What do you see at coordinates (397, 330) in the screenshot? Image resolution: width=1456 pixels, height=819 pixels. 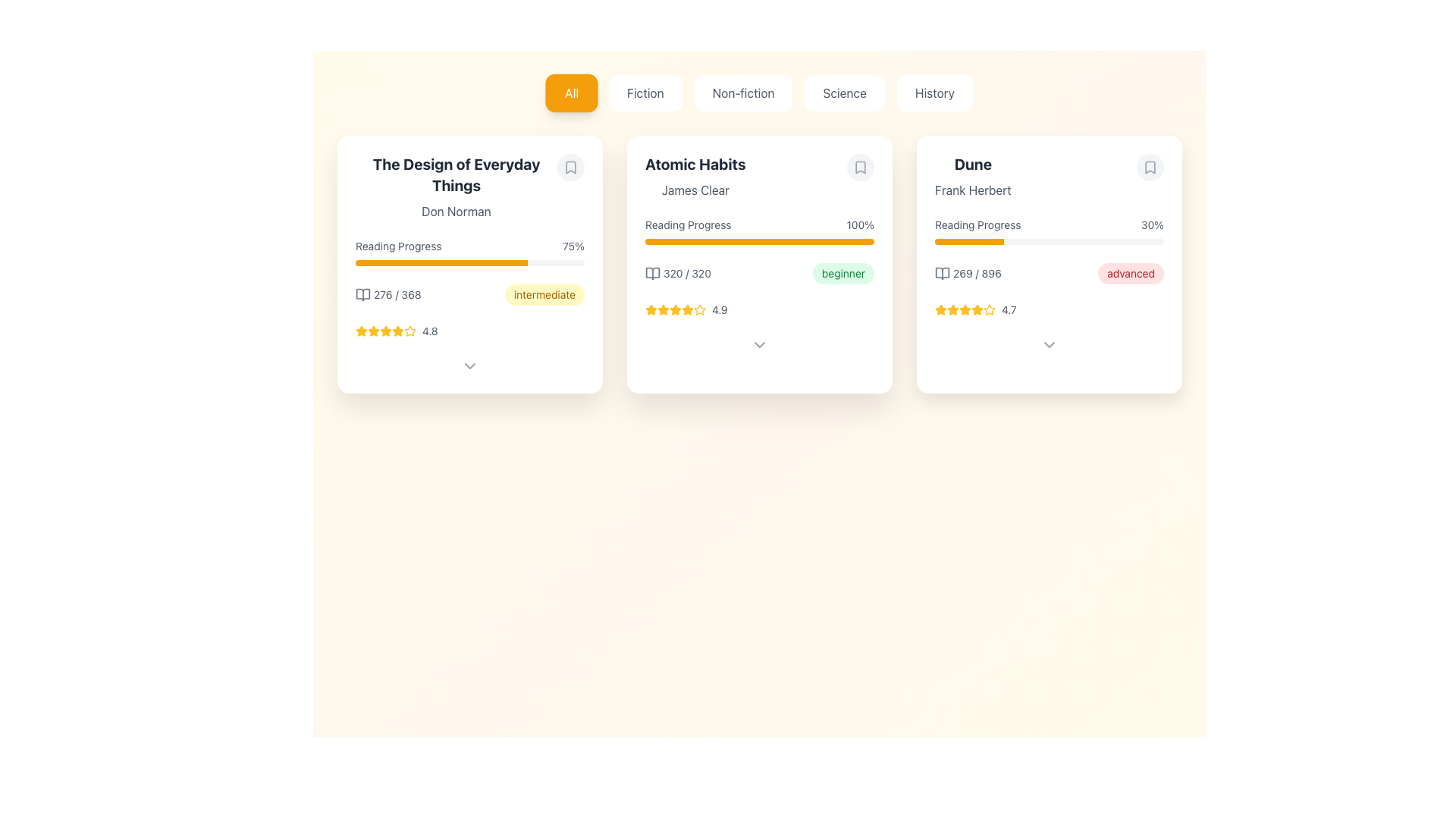 I see `the third star-shaped rating icon in the ratings section of 'The Design of Everyday Things' card, which is styled as an SVG graphic and colored orange-yellow` at bounding box center [397, 330].